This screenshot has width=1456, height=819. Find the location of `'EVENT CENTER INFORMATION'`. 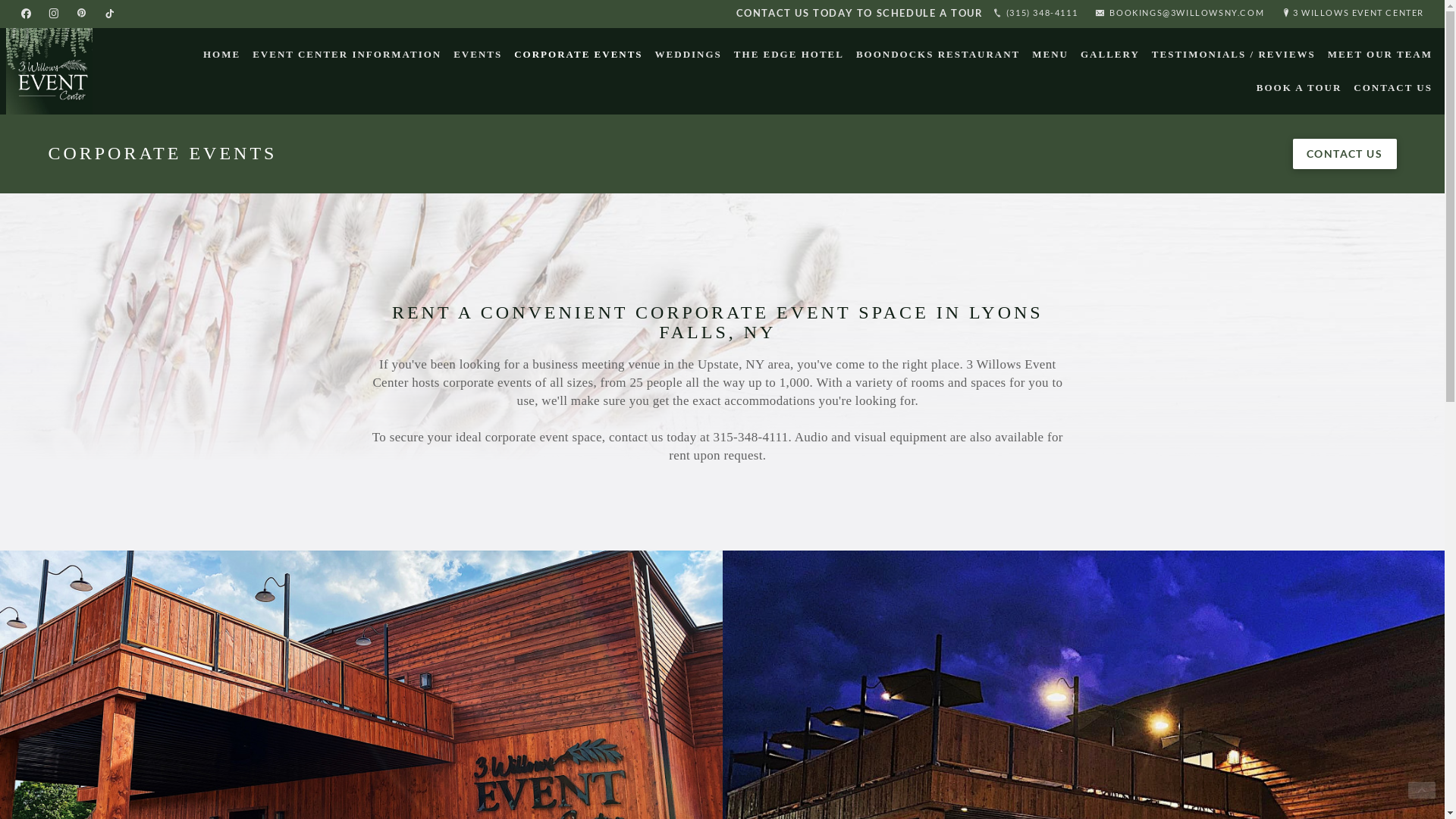

'EVENT CENTER INFORMATION' is located at coordinates (346, 54).